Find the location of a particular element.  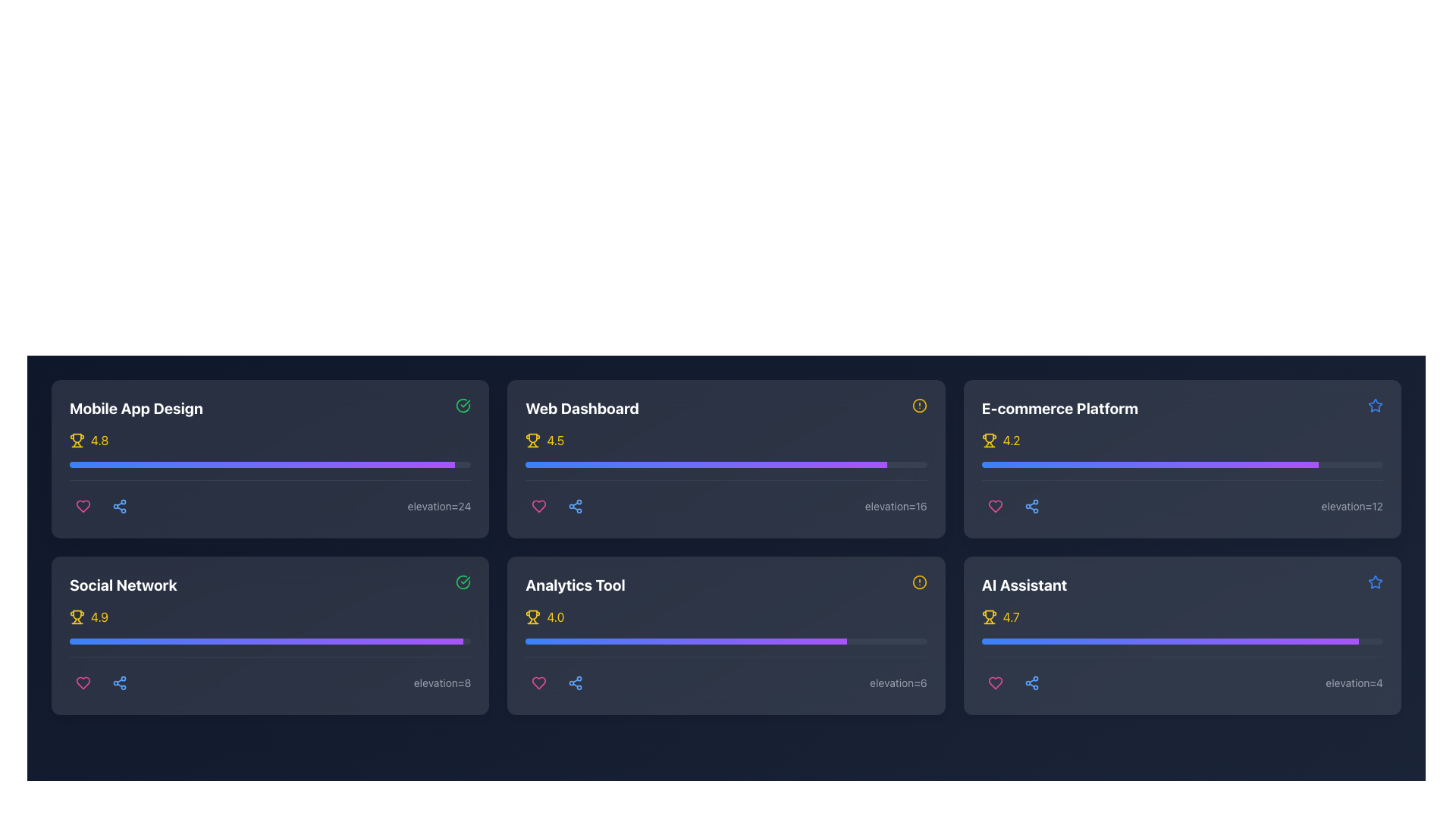

the Rating display element, which is part of the 'AI Assistant' card located in the lower-right corner of the grid layout, positioned at the top-left corner under the title is located at coordinates (1181, 617).